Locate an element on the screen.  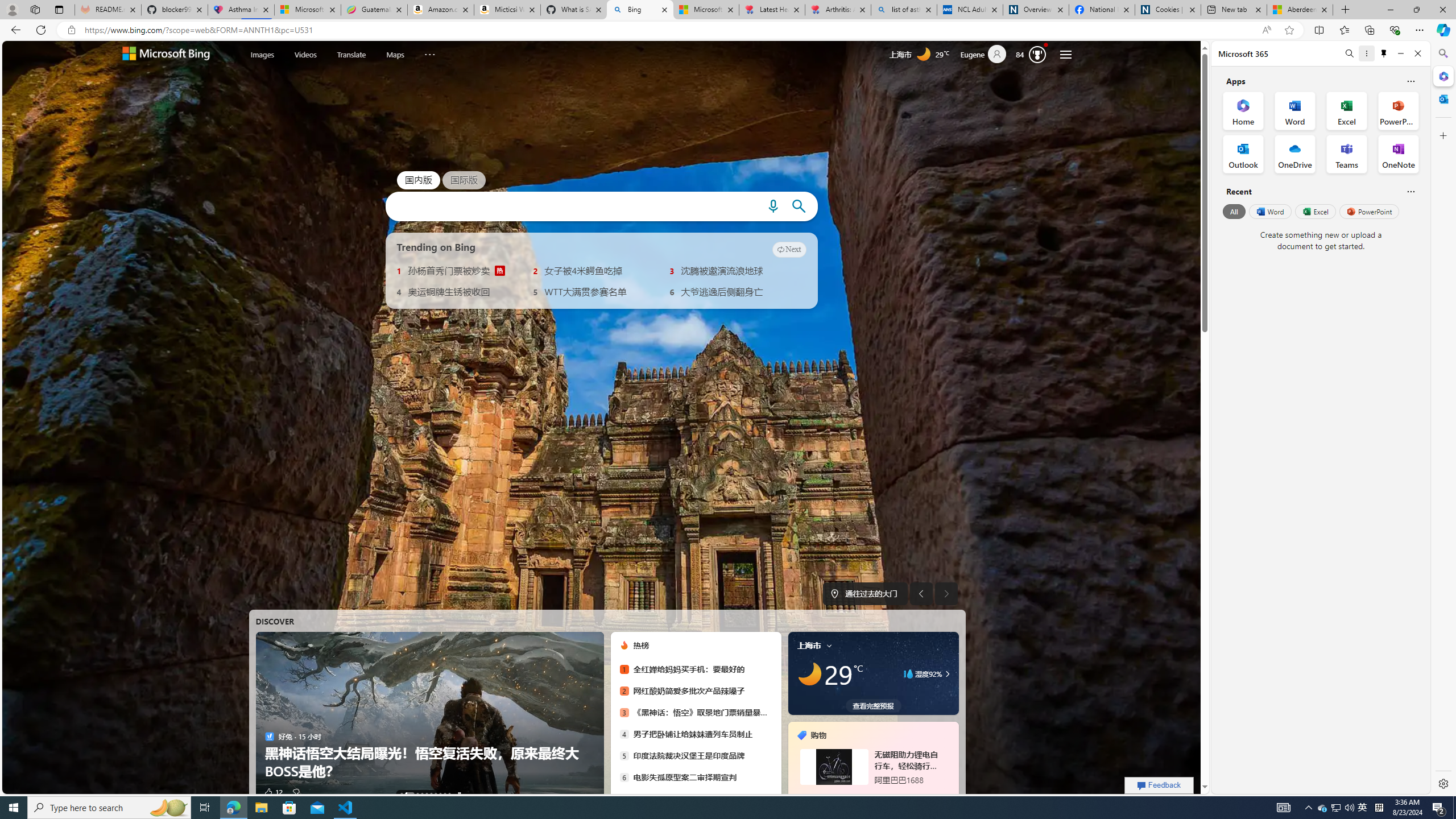
'tab-2' is located at coordinates (872, 795).